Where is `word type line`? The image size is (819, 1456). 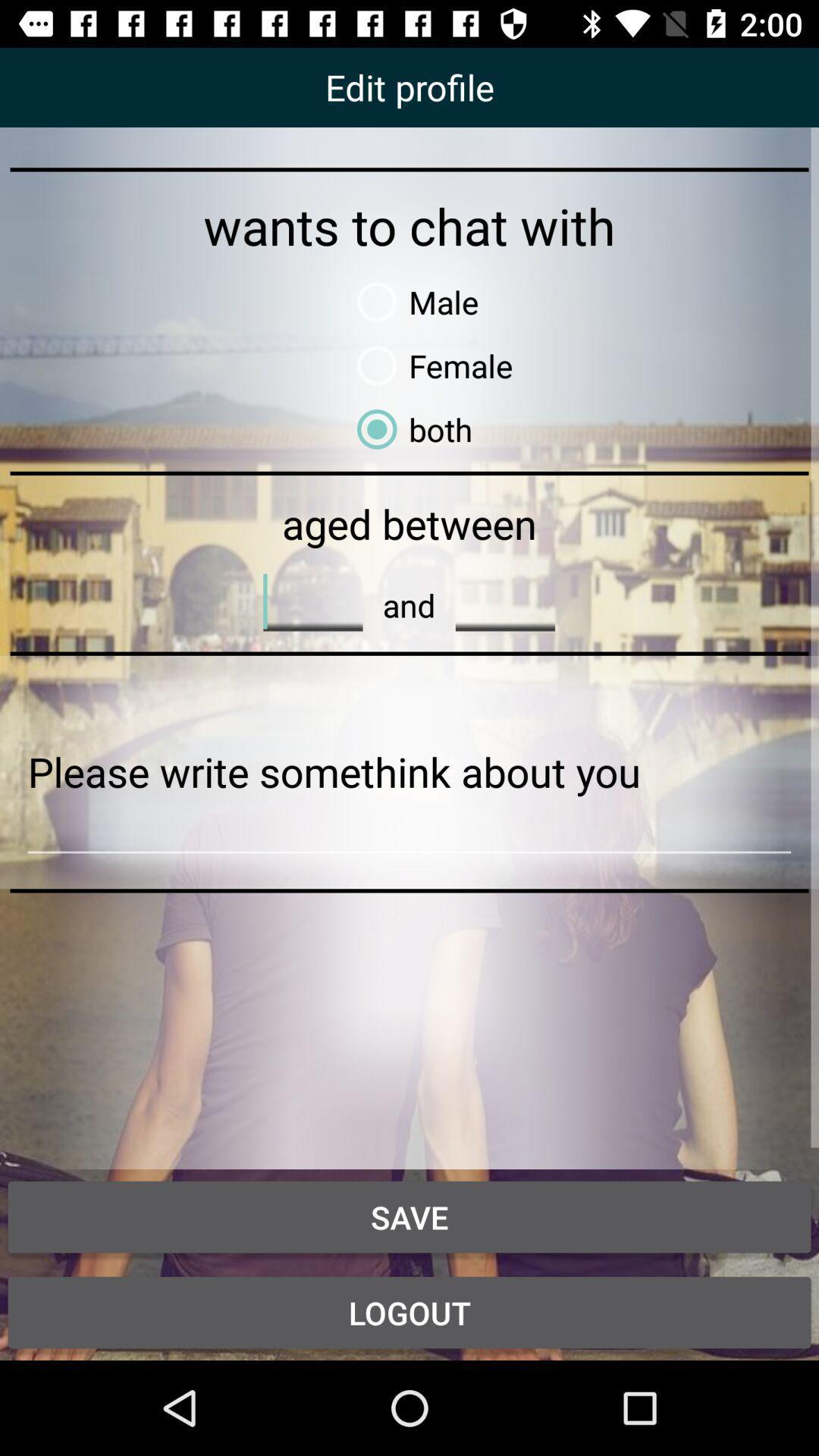 word type line is located at coordinates (505, 601).